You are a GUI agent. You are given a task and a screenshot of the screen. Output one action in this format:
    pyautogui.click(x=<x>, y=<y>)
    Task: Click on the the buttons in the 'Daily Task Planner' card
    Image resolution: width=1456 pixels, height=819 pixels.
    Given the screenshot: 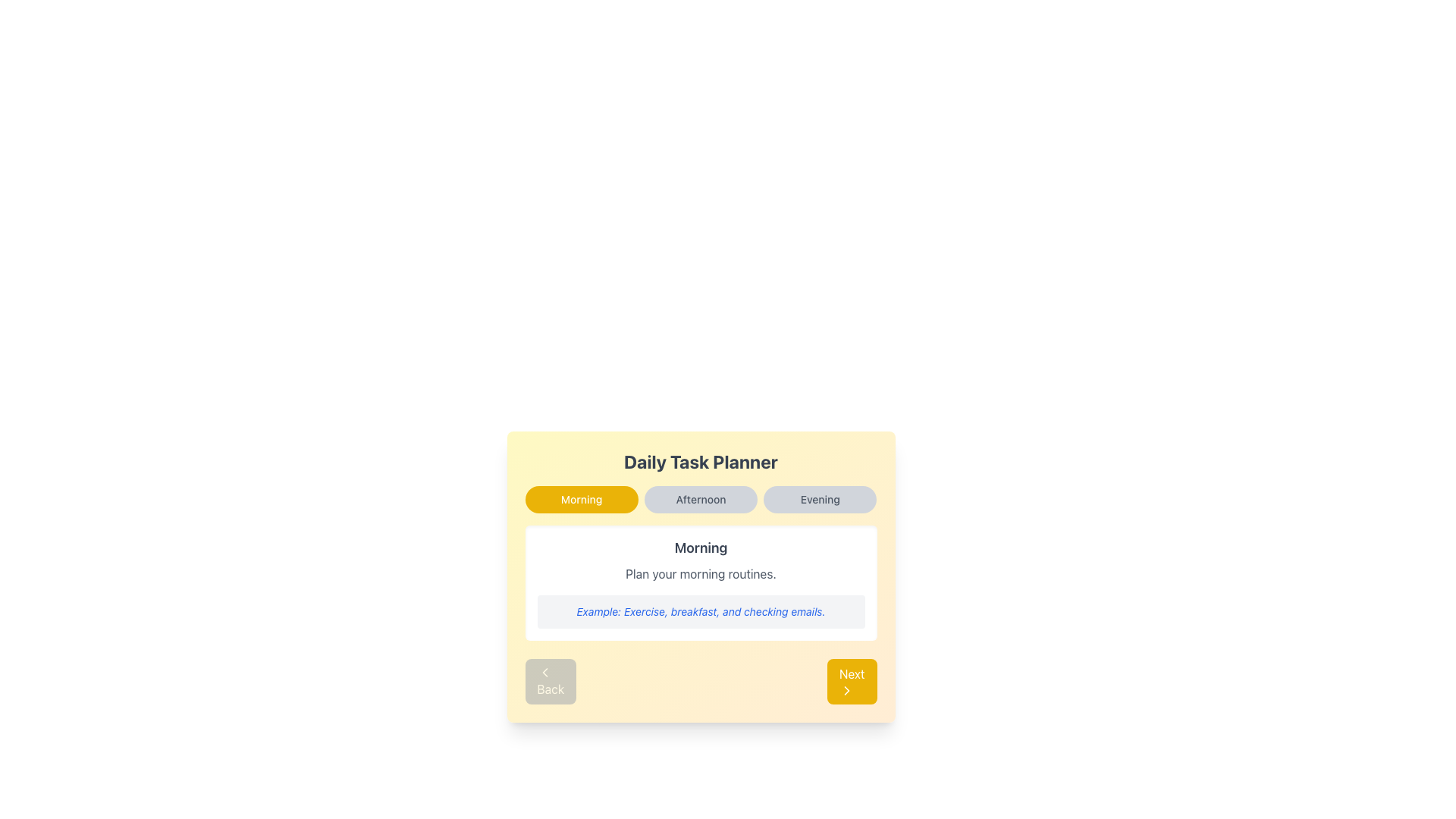 What is the action you would take?
    pyautogui.click(x=700, y=500)
    